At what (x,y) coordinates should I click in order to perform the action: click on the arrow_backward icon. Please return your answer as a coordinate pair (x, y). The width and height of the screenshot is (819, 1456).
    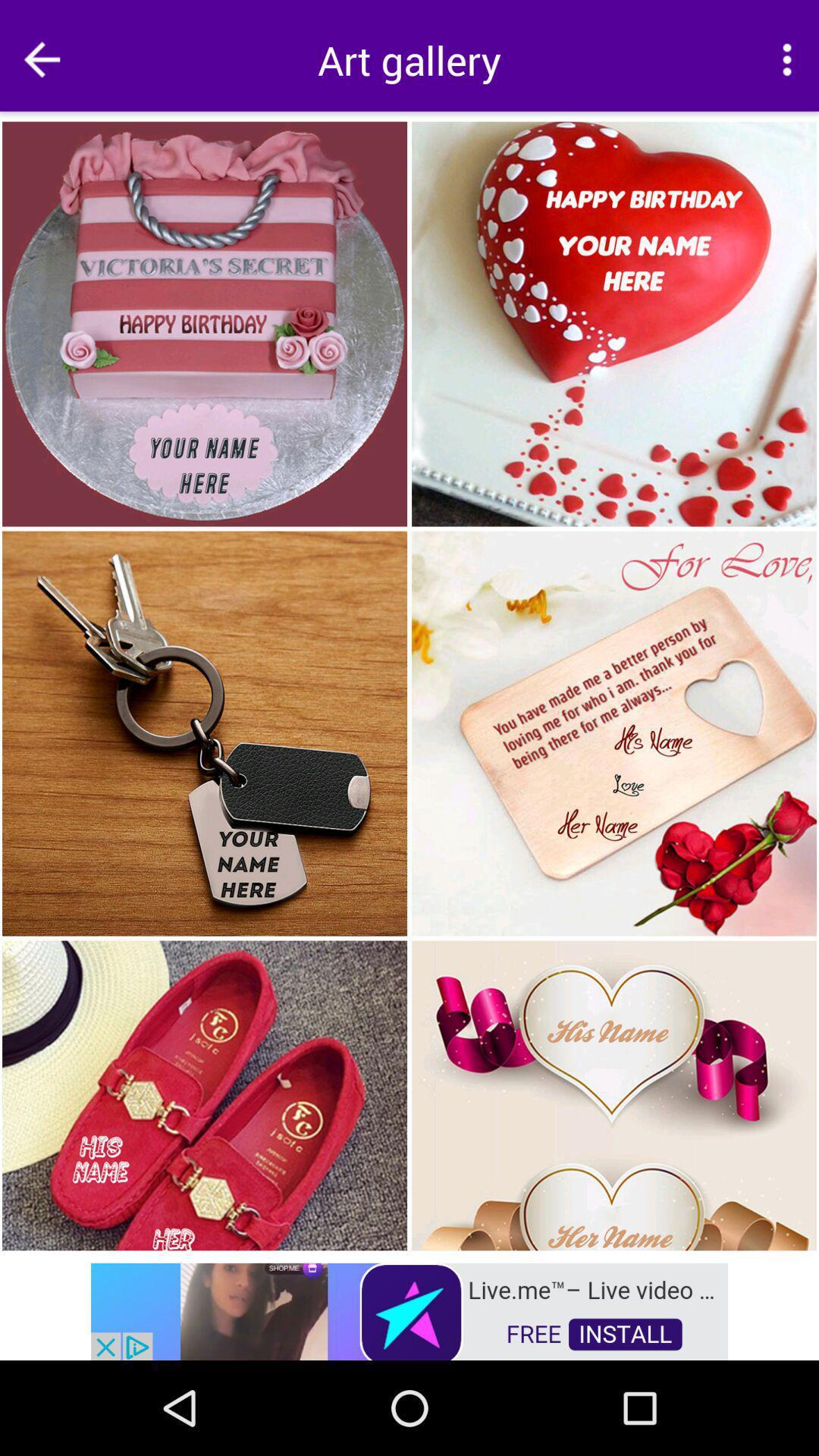
    Looking at the image, I should click on (41, 63).